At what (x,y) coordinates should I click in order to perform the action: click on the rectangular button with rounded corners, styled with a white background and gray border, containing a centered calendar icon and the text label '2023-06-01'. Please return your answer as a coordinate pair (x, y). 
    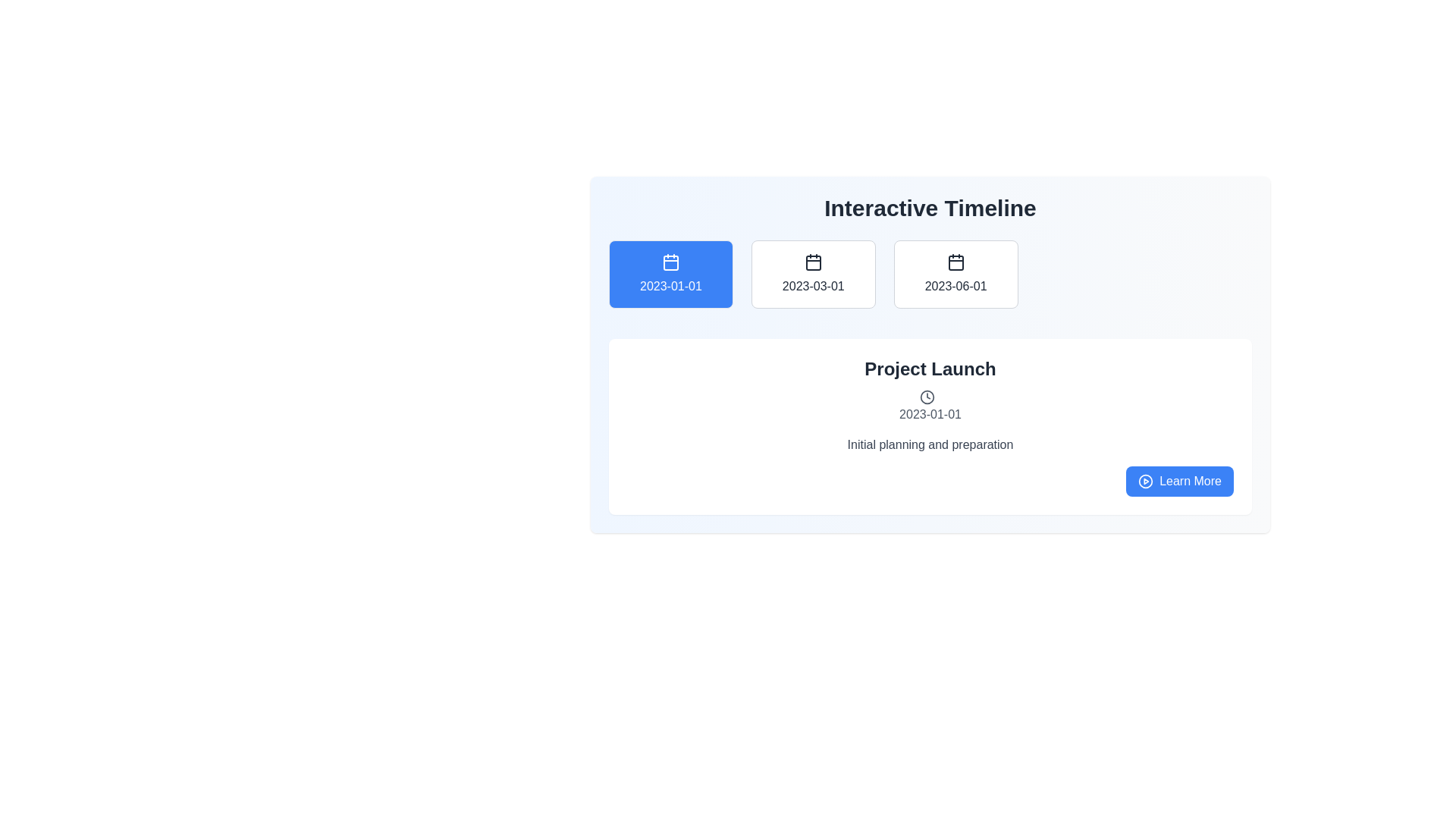
    Looking at the image, I should click on (955, 275).